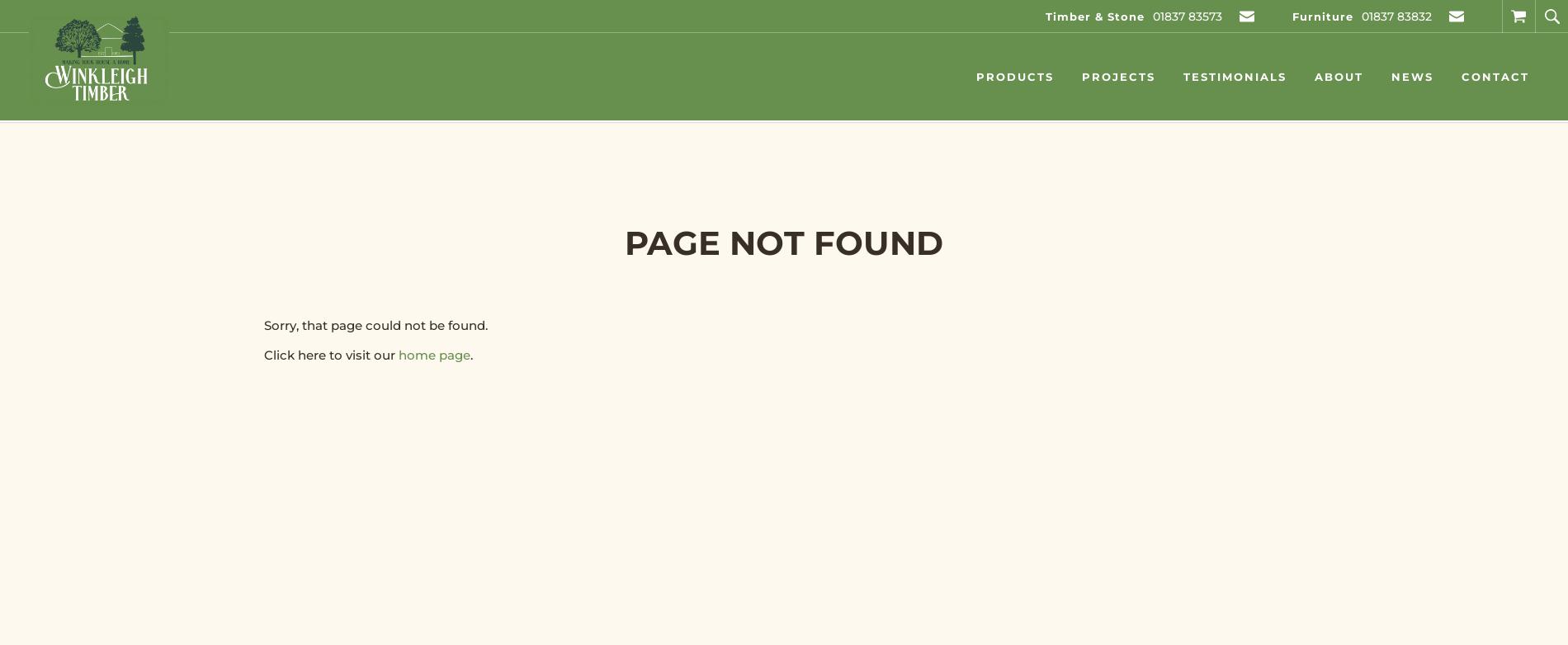 This screenshot has height=645, width=1568. I want to click on 'About', so click(1339, 76).